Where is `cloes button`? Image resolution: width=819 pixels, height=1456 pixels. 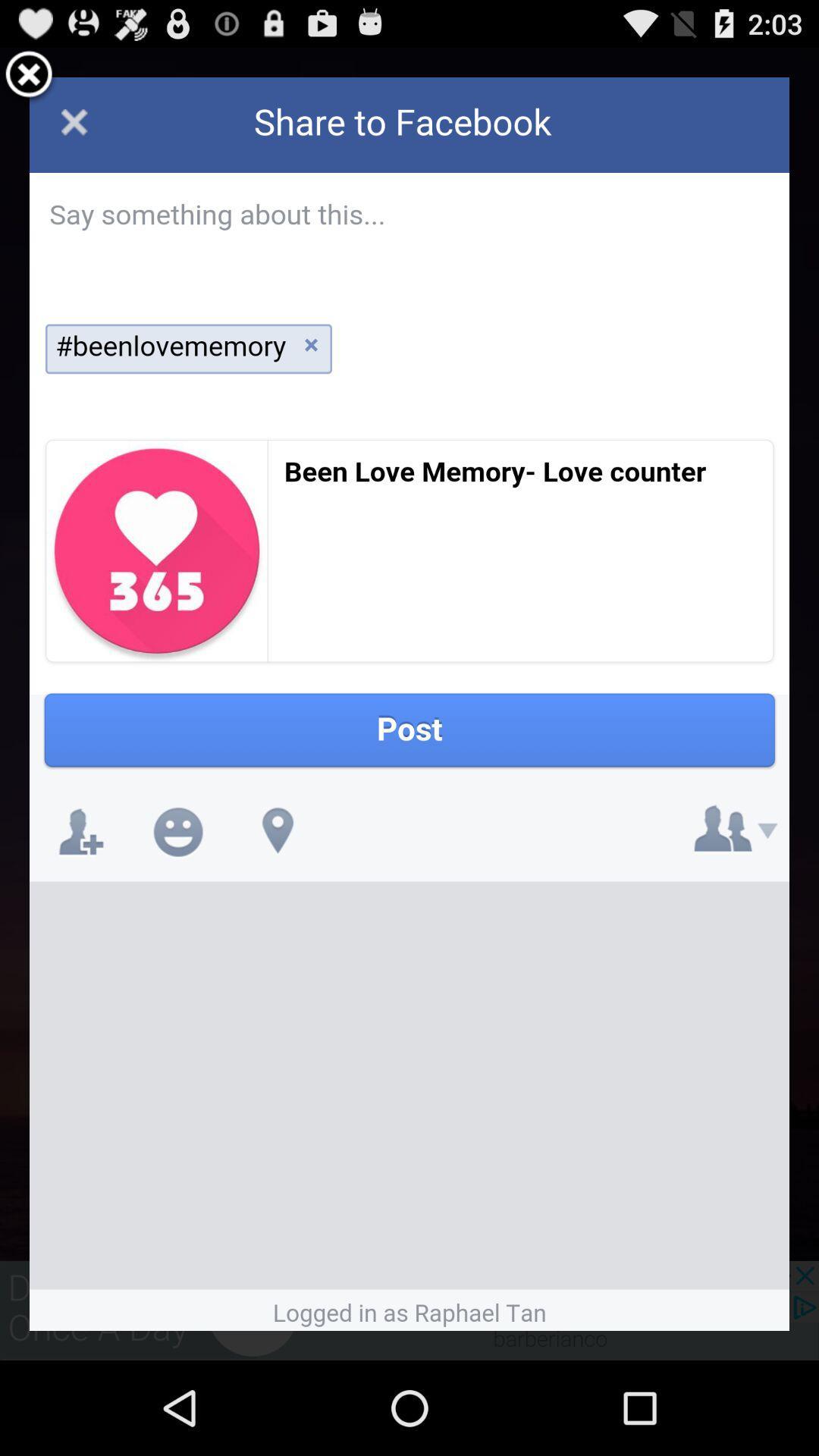 cloes button is located at coordinates (29, 76).